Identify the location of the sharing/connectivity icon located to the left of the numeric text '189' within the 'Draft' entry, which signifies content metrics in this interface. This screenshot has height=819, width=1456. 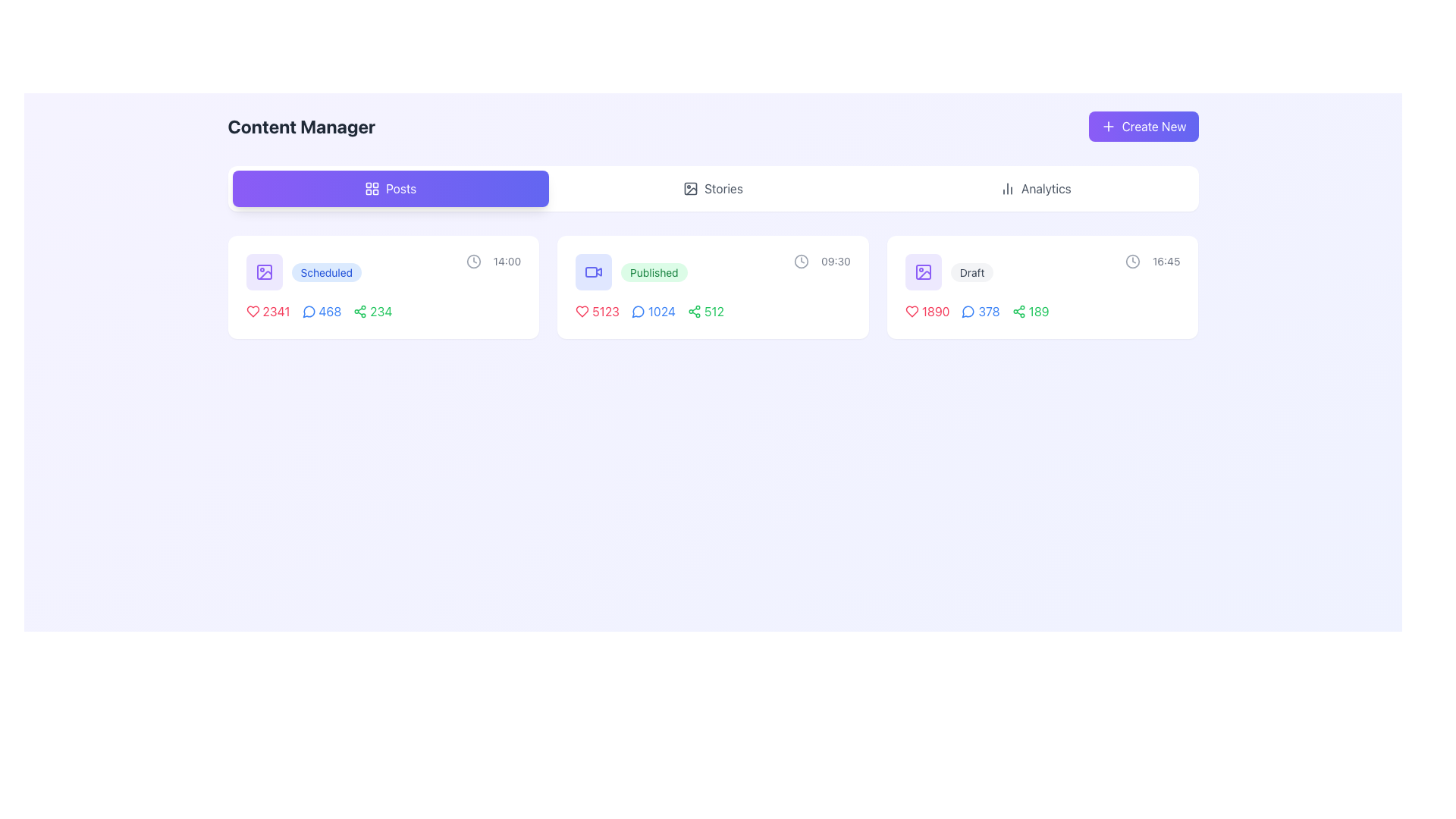
(1018, 311).